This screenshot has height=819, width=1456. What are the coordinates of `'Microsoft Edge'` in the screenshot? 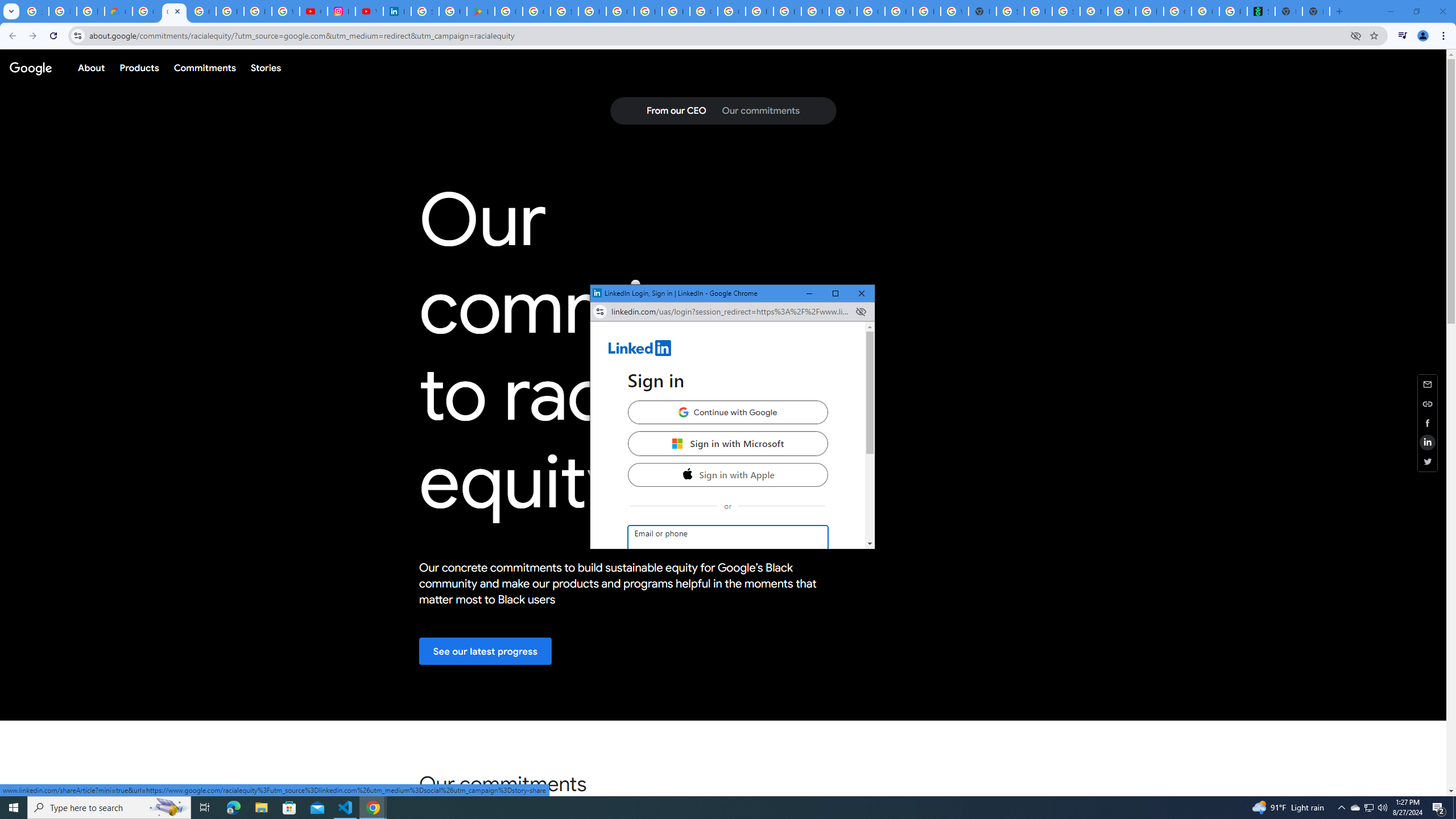 It's located at (233, 806).